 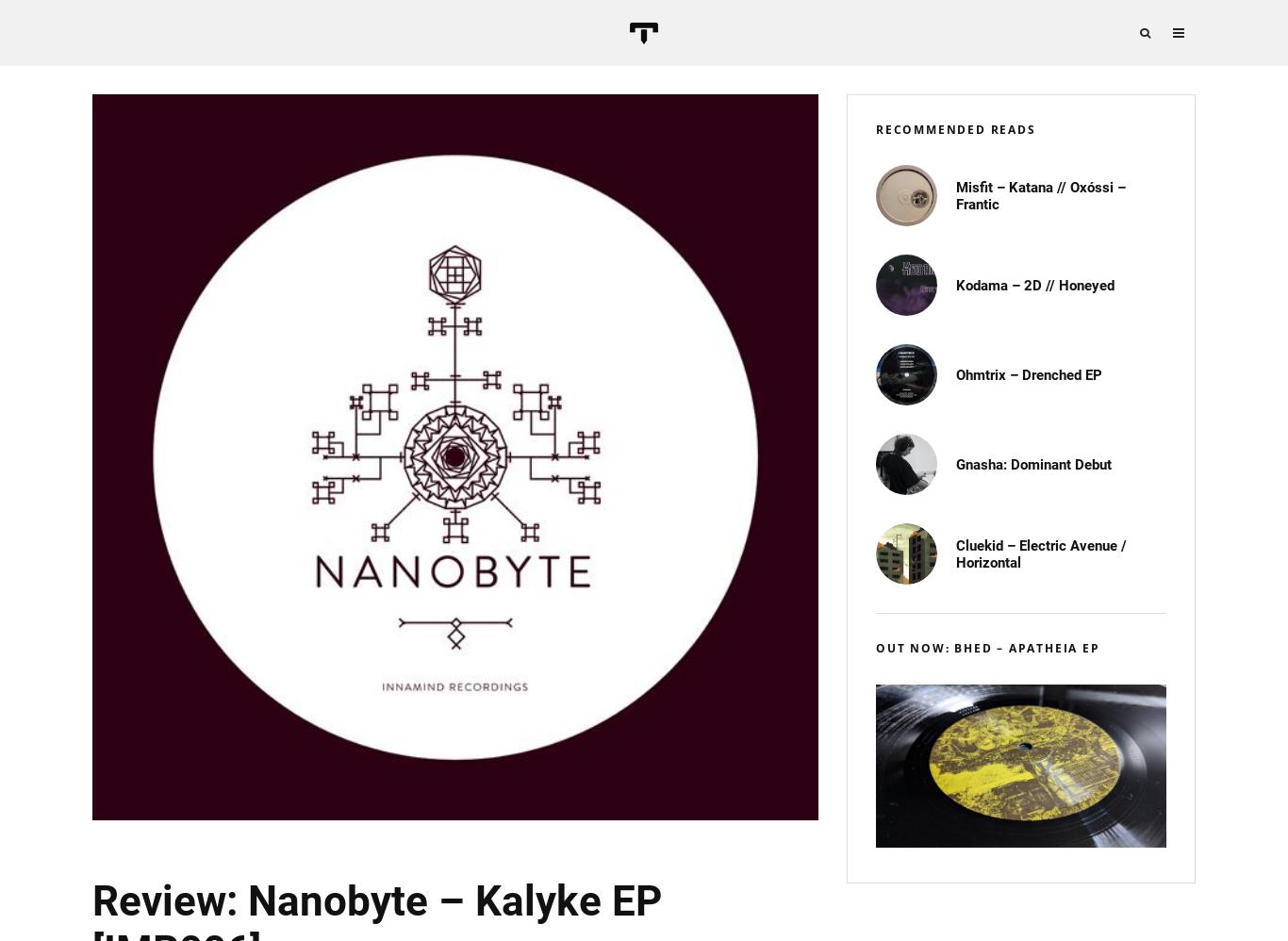 I want to click on 'REVIEWS', so click(x=1230, y=202).